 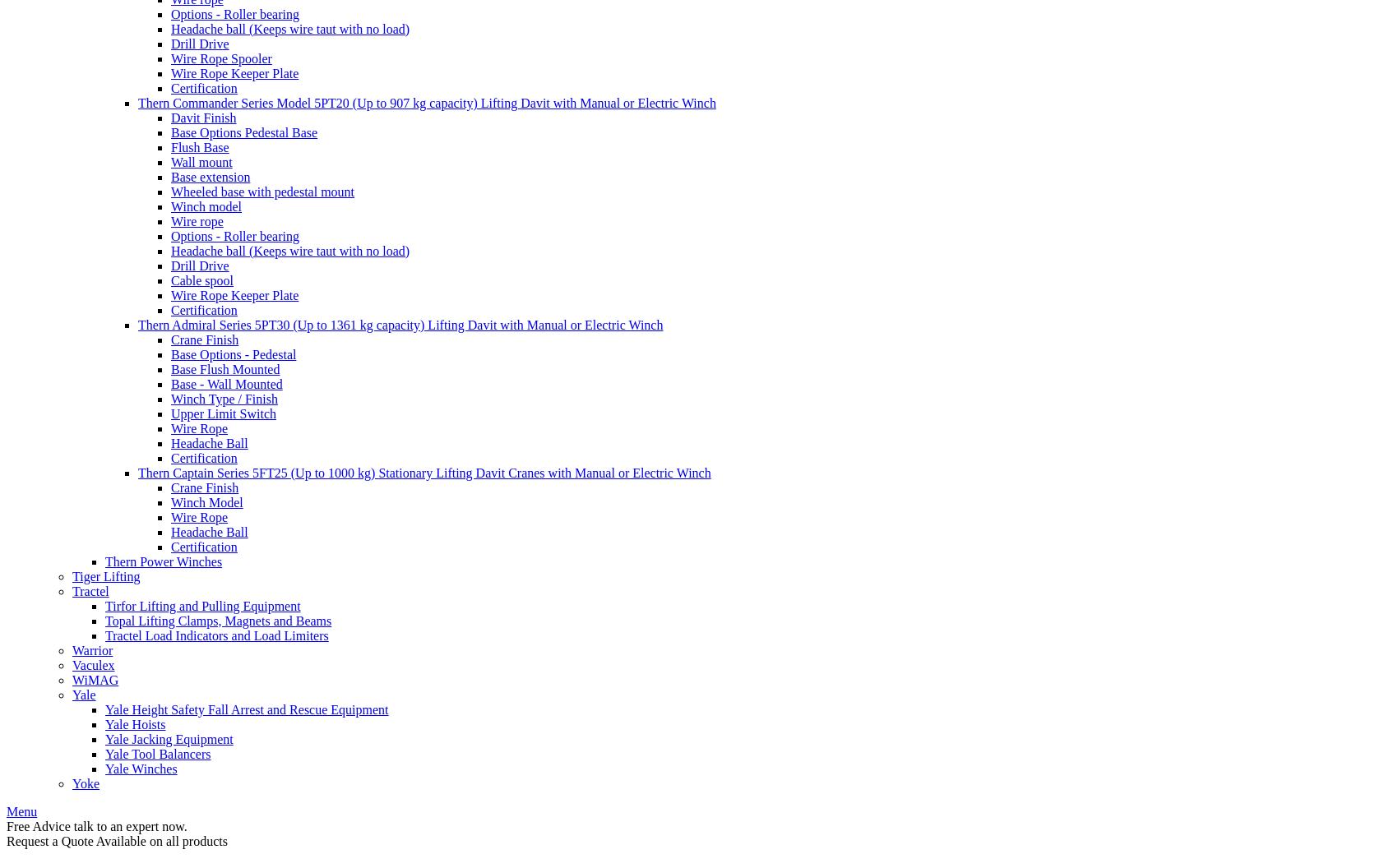 I want to click on 'Yale Jacking Equipment', so click(x=168, y=737).